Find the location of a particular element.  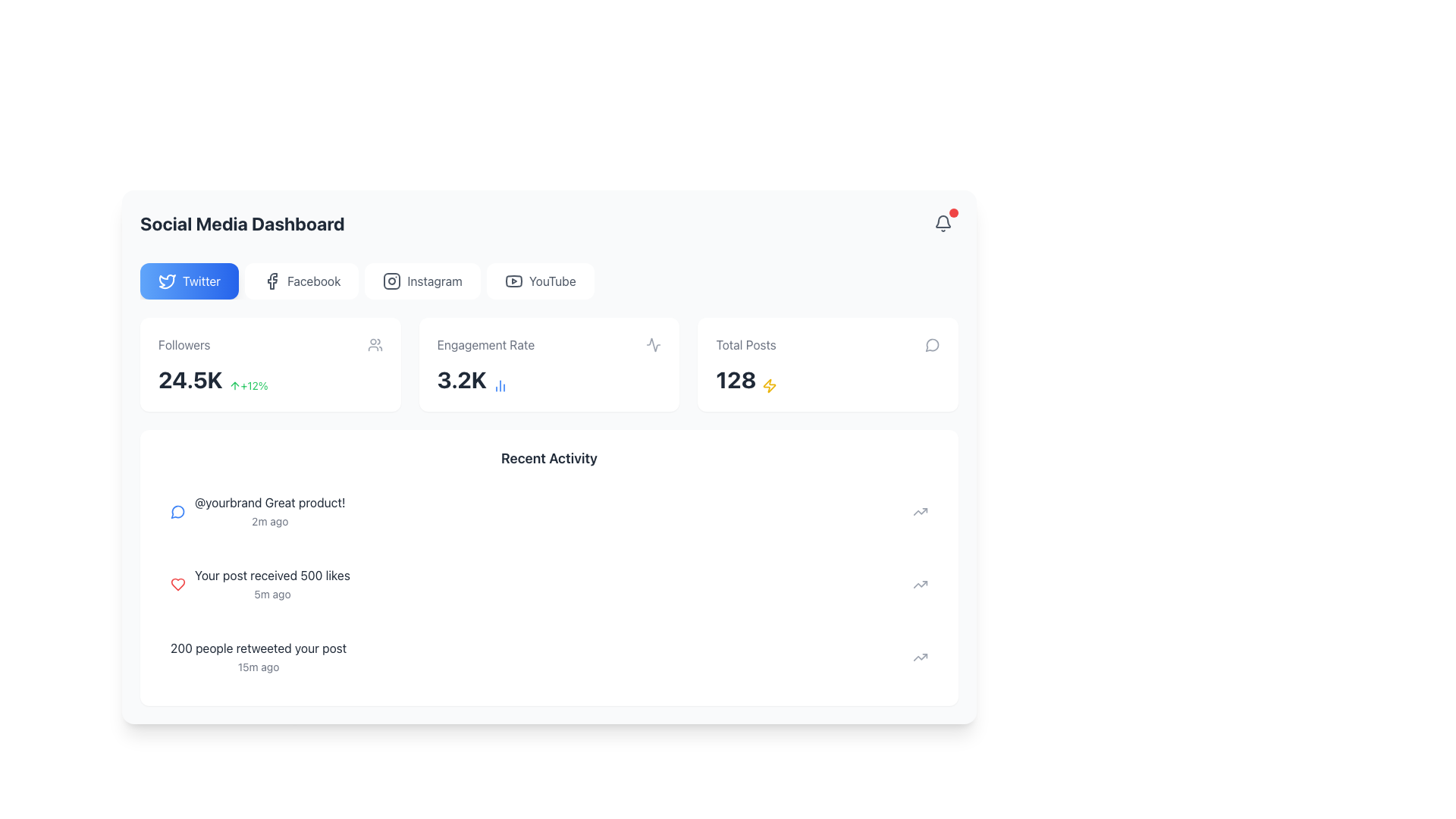

the header text titled 'Recent Activity', which is prominently displayed at the top of the activity section, styled with a bold, large font and dark gray color is located at coordinates (548, 458).